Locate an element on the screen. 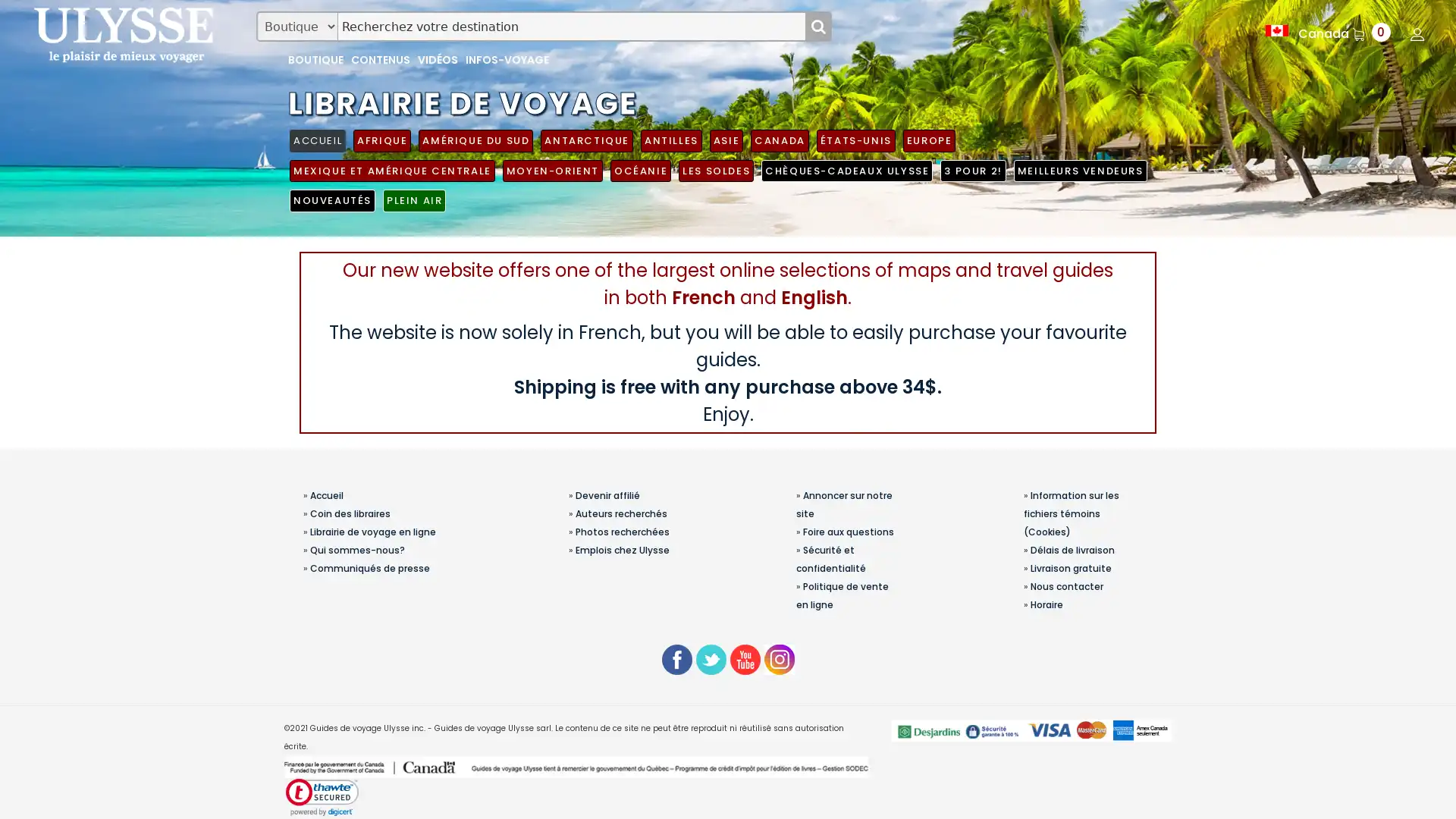  NOUVEAUTES is located at coordinates (331, 199).